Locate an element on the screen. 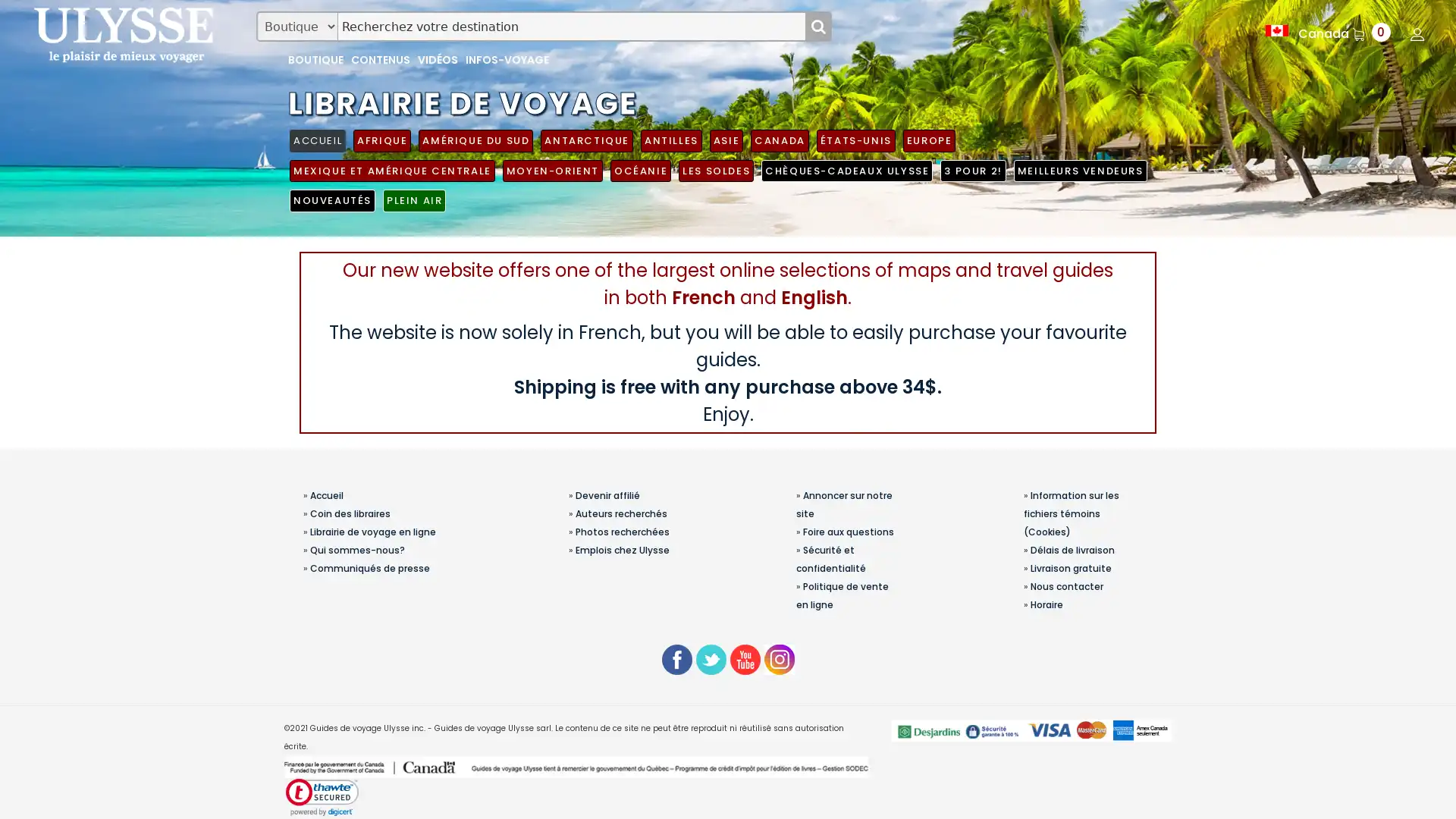  NOUVEAUTES is located at coordinates (331, 199).